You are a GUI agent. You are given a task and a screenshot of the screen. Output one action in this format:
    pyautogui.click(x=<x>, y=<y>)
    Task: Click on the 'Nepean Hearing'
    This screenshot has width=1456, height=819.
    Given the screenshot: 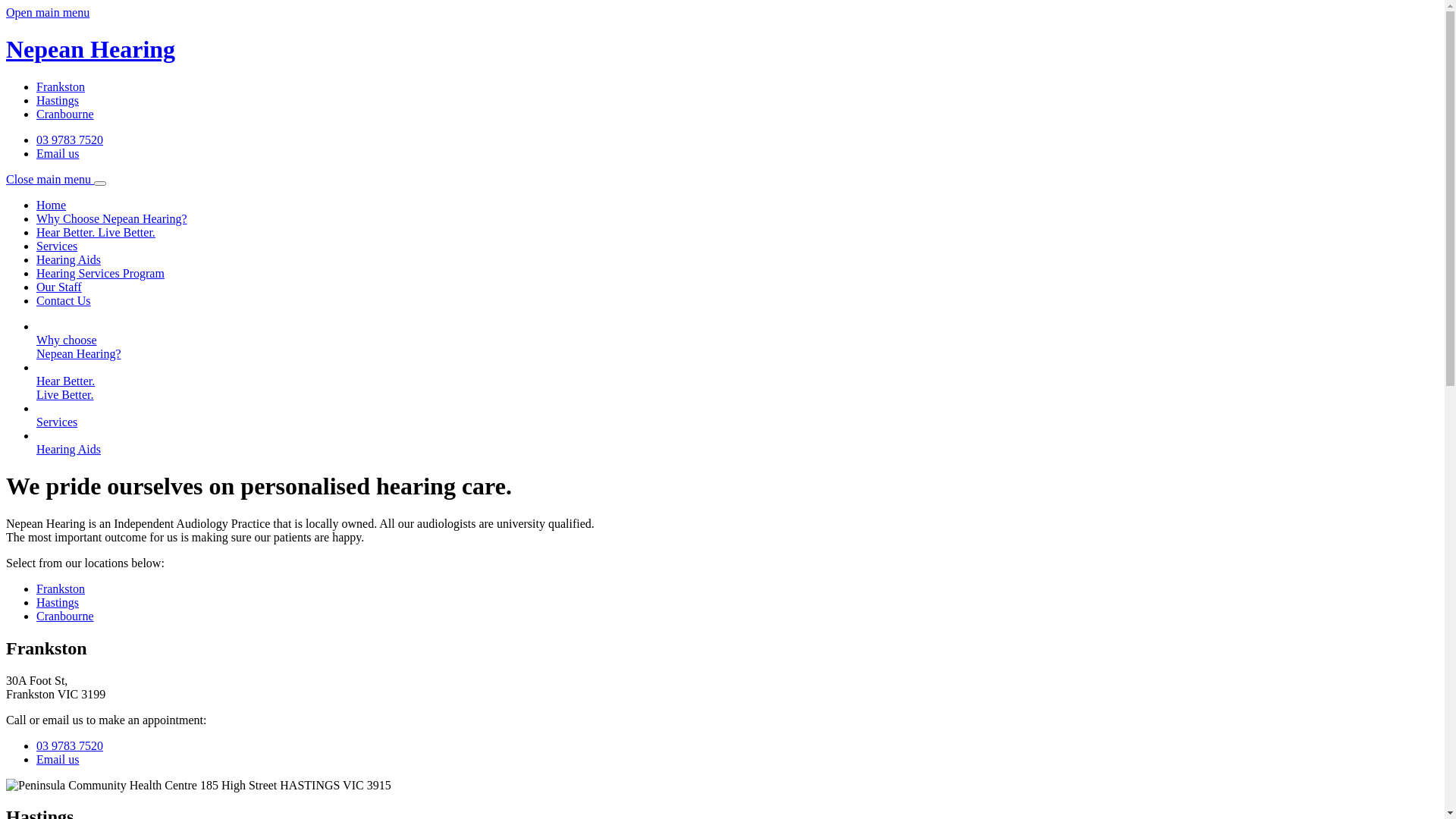 What is the action you would take?
    pyautogui.click(x=6, y=63)
    